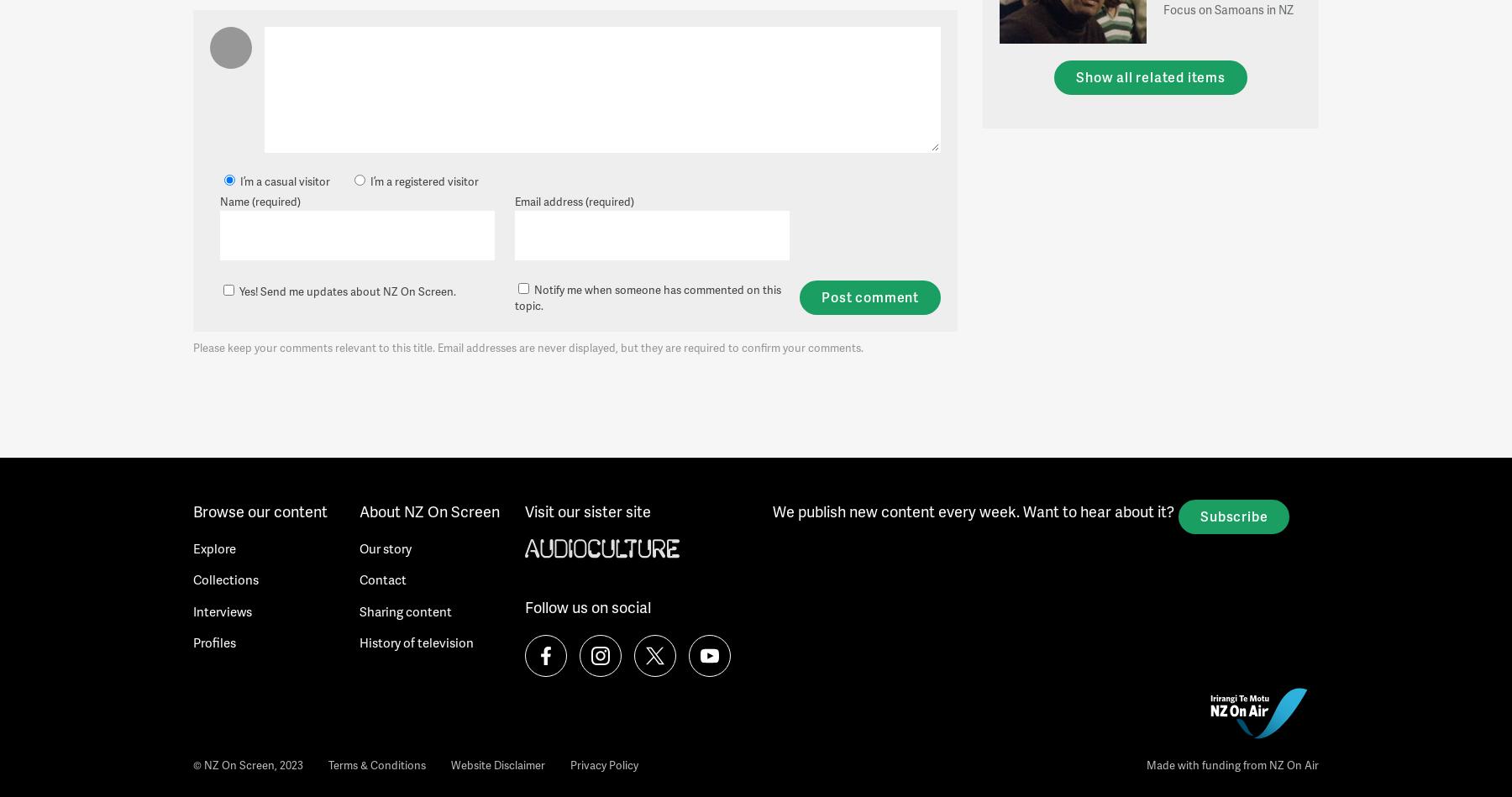 The height and width of the screenshot is (797, 1512). I want to click on 'Our story', so click(383, 547).